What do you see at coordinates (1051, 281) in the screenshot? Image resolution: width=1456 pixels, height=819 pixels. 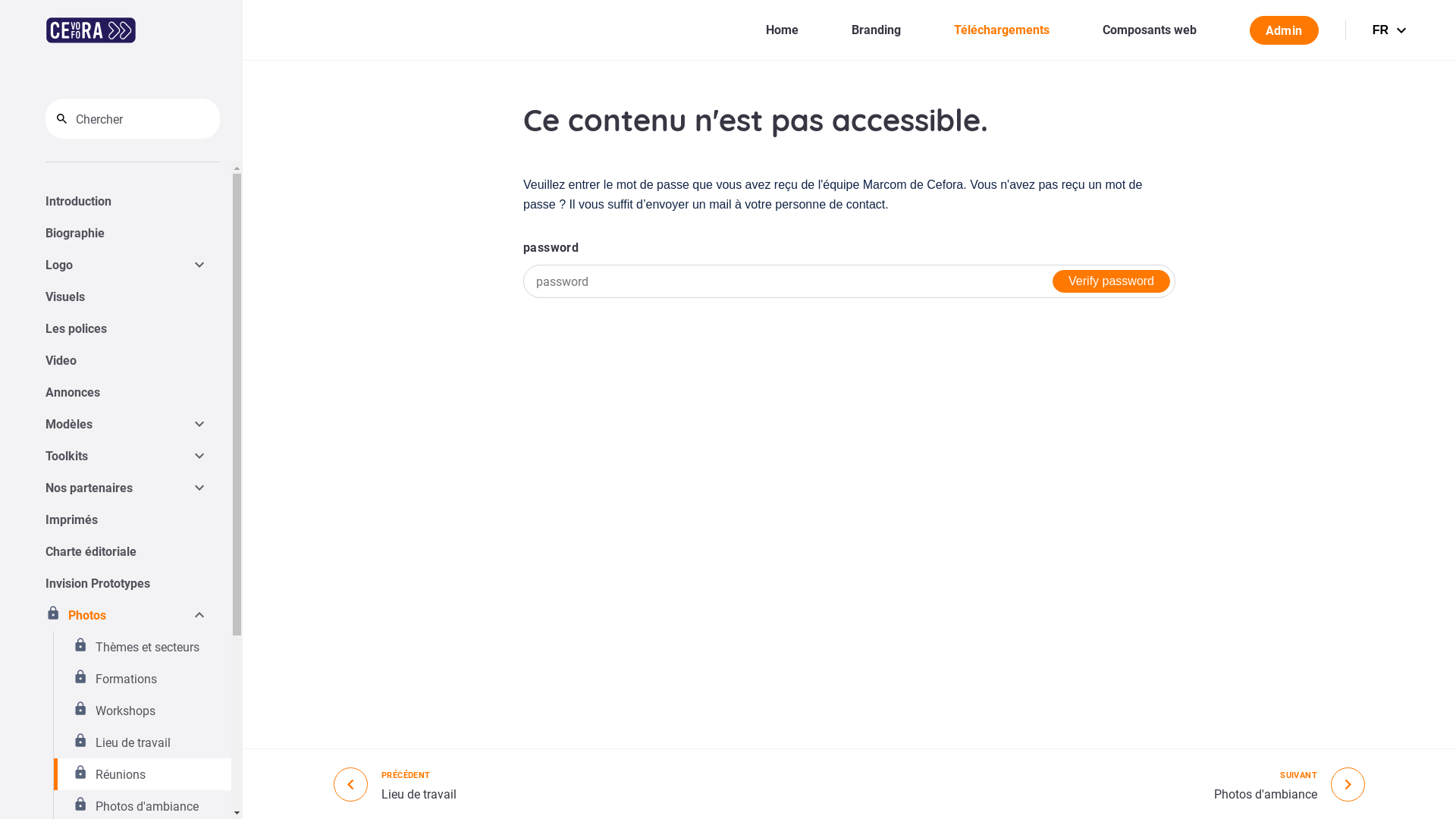 I see `'Verify password'` at bounding box center [1051, 281].